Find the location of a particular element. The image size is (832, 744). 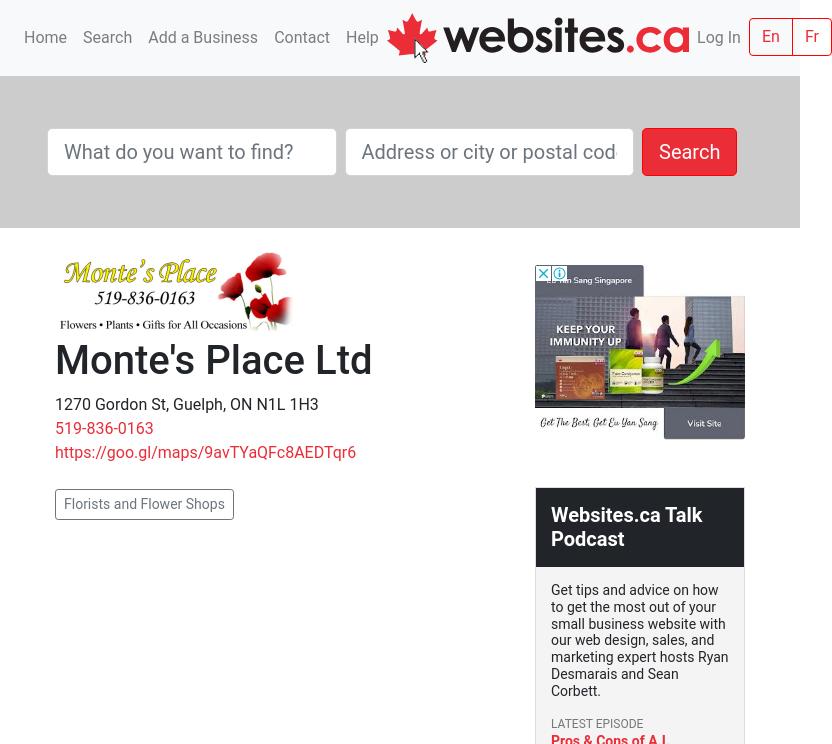

'Monte's Place Ltd' is located at coordinates (213, 359).